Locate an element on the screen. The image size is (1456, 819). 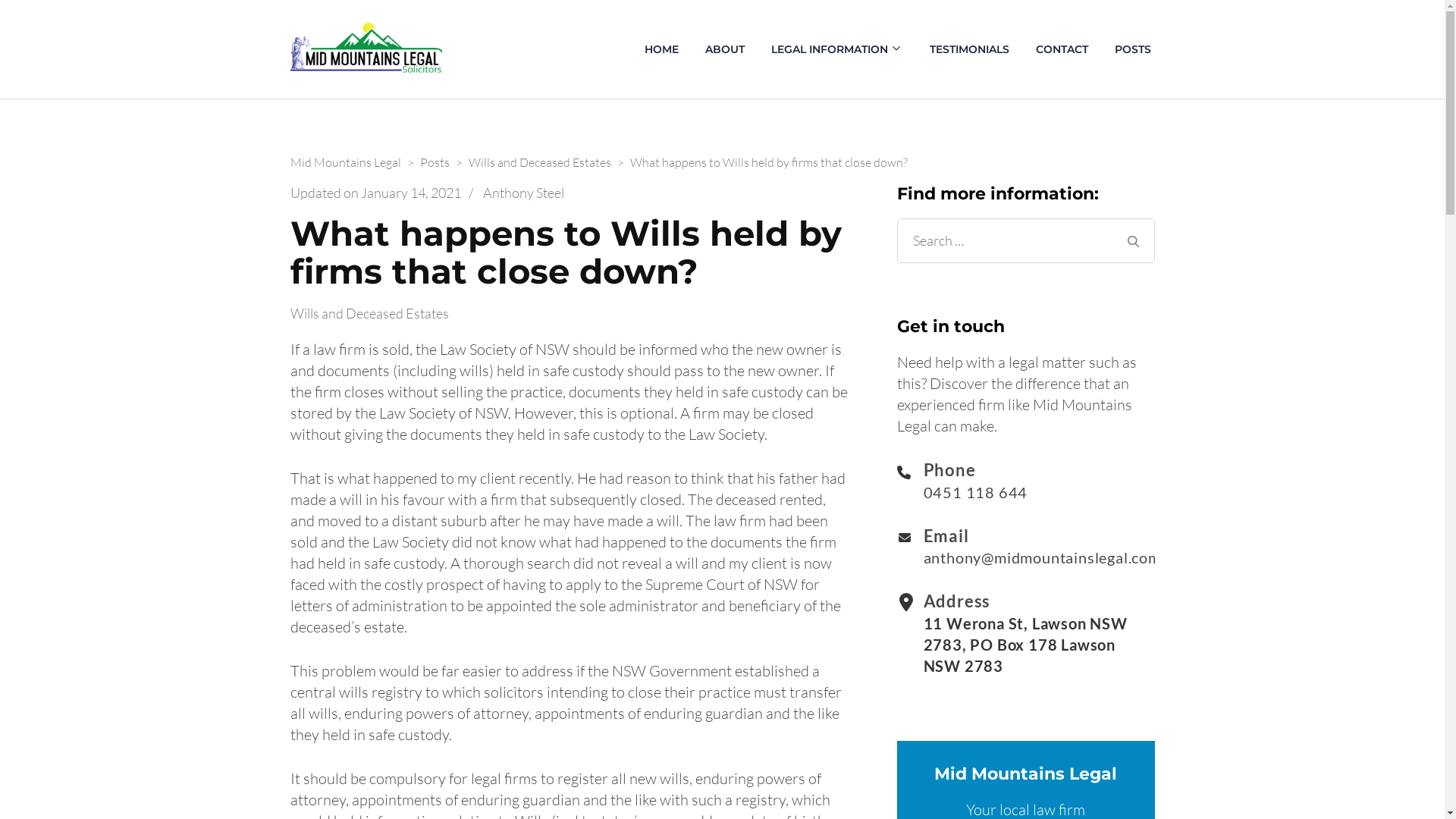
'POSTS' is located at coordinates (1131, 49).